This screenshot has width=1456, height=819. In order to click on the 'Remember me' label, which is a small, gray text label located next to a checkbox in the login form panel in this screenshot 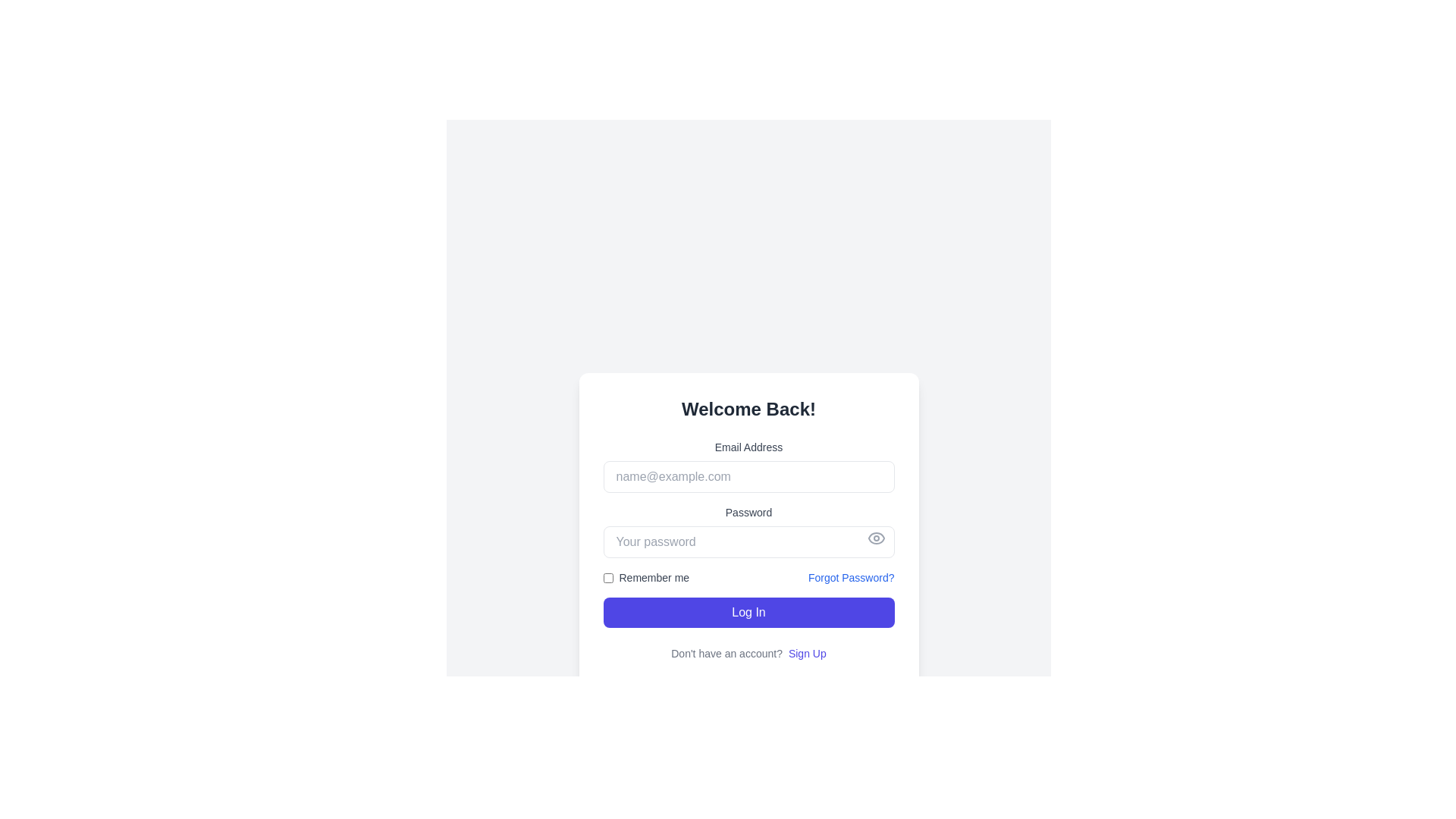, I will do `click(654, 578)`.